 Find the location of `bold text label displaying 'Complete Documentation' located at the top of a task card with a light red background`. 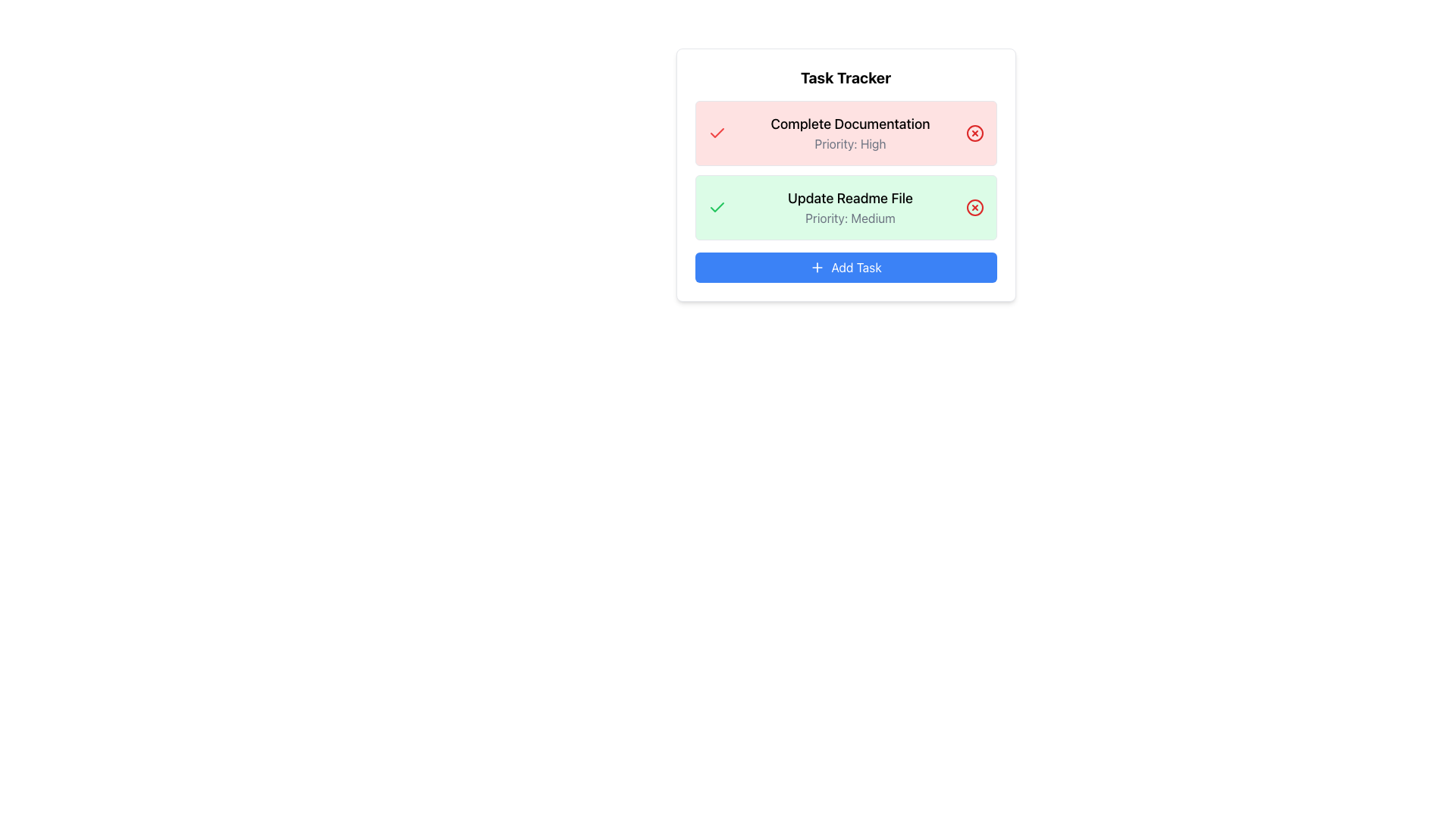

bold text label displaying 'Complete Documentation' located at the top of a task card with a light red background is located at coordinates (850, 124).